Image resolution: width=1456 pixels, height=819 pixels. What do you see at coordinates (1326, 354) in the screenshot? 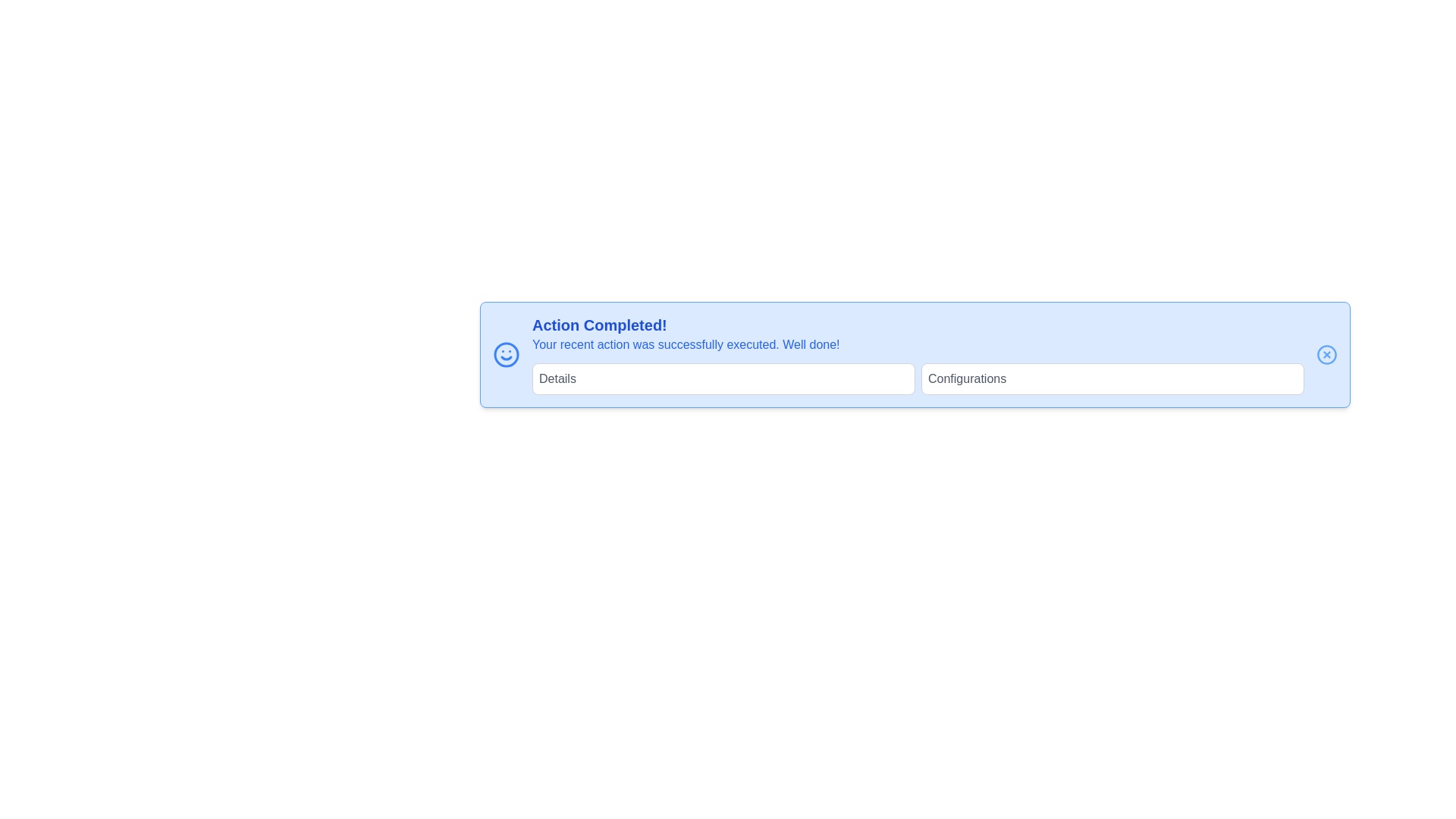
I see `close button on the EnhancedAlert component` at bounding box center [1326, 354].